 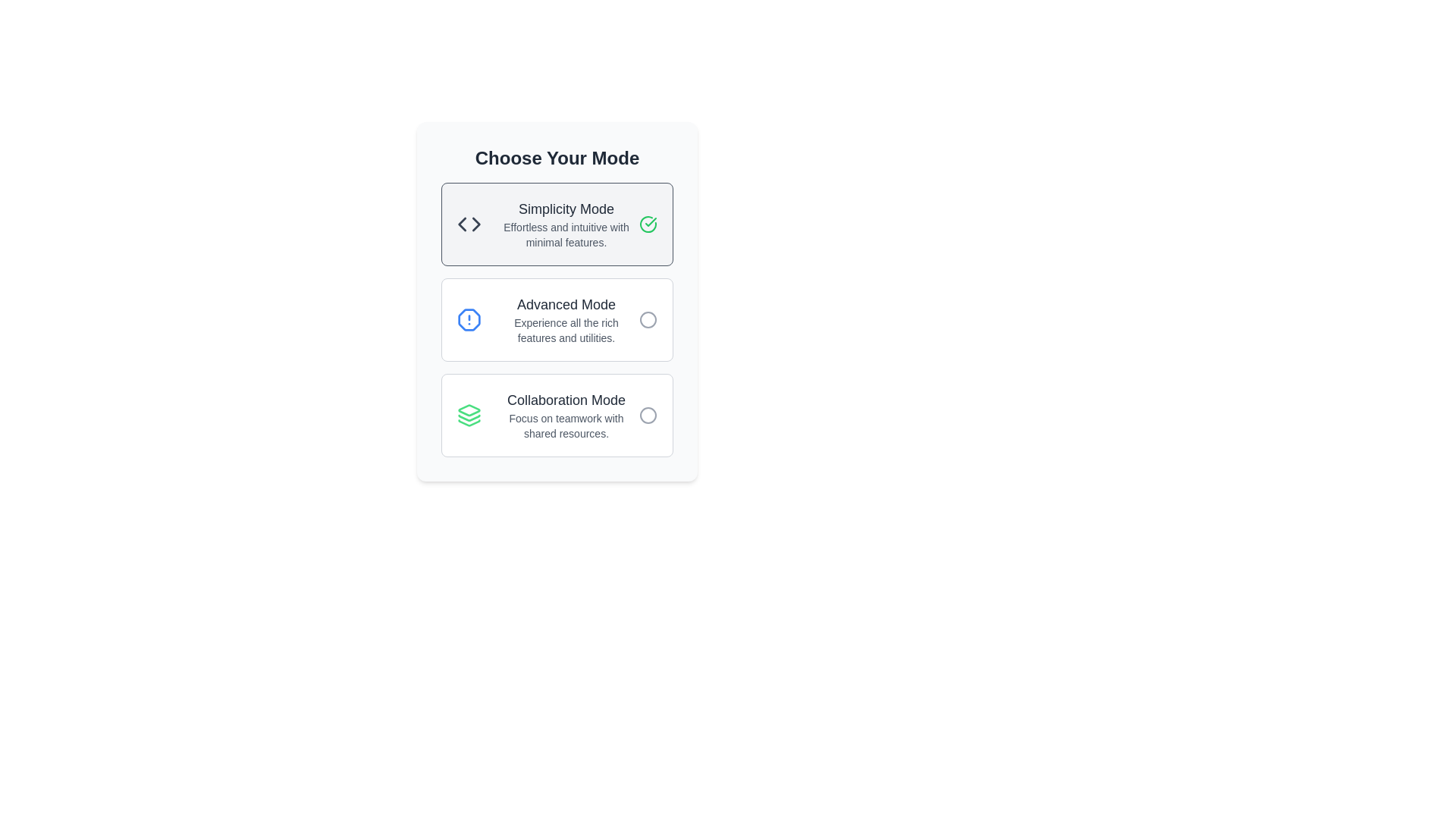 I want to click on the 'Collaboration Mode' selectable option, which features bold, dark gray text stating 'Collaboration Mode' and lighter gray text saying 'Focus on teamwork with shared resources.', so click(x=566, y=415).